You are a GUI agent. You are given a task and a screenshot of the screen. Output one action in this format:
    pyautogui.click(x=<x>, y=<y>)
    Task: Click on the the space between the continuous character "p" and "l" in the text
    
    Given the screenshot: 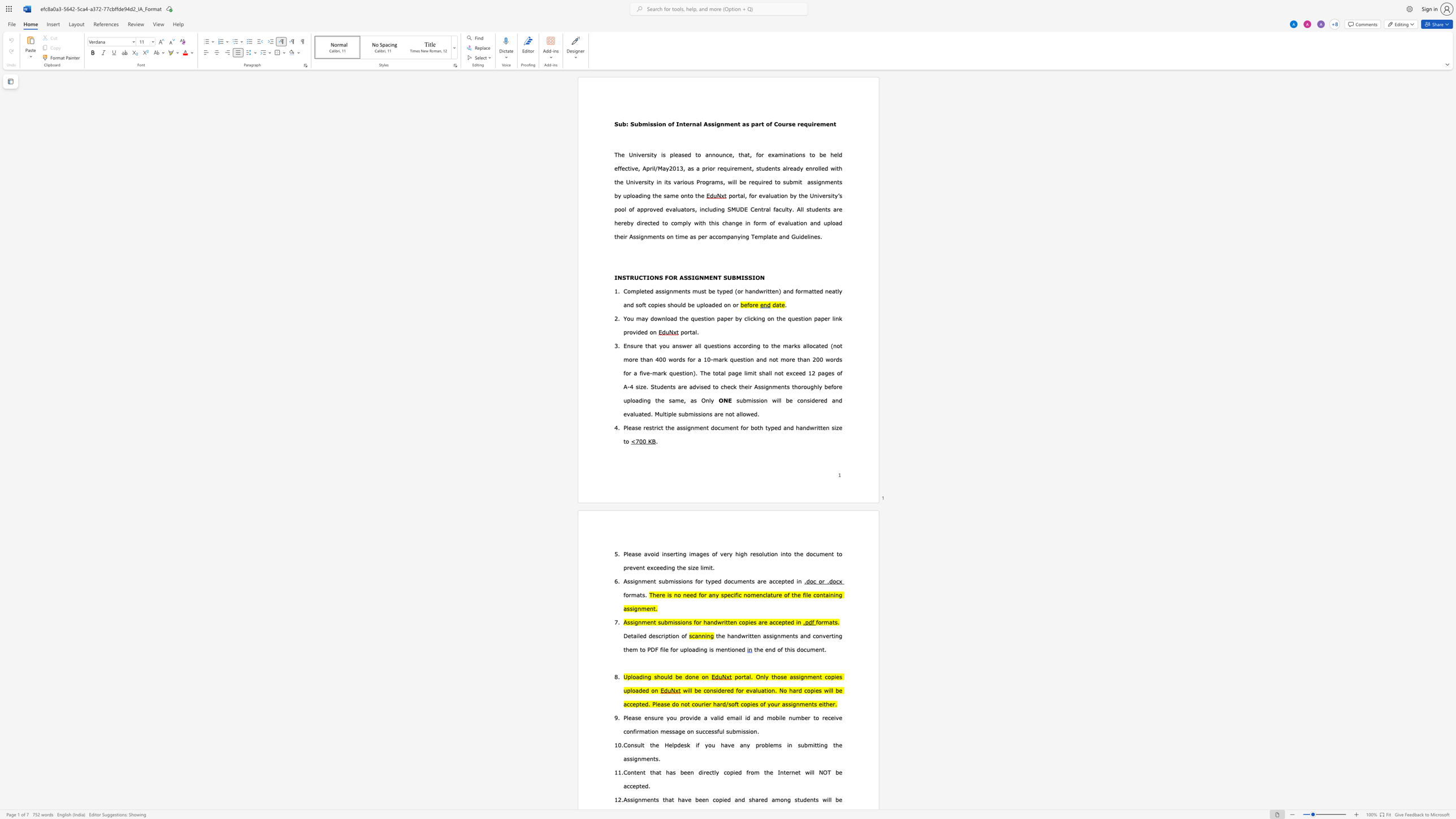 What is the action you would take?
    pyautogui.click(x=685, y=223)
    